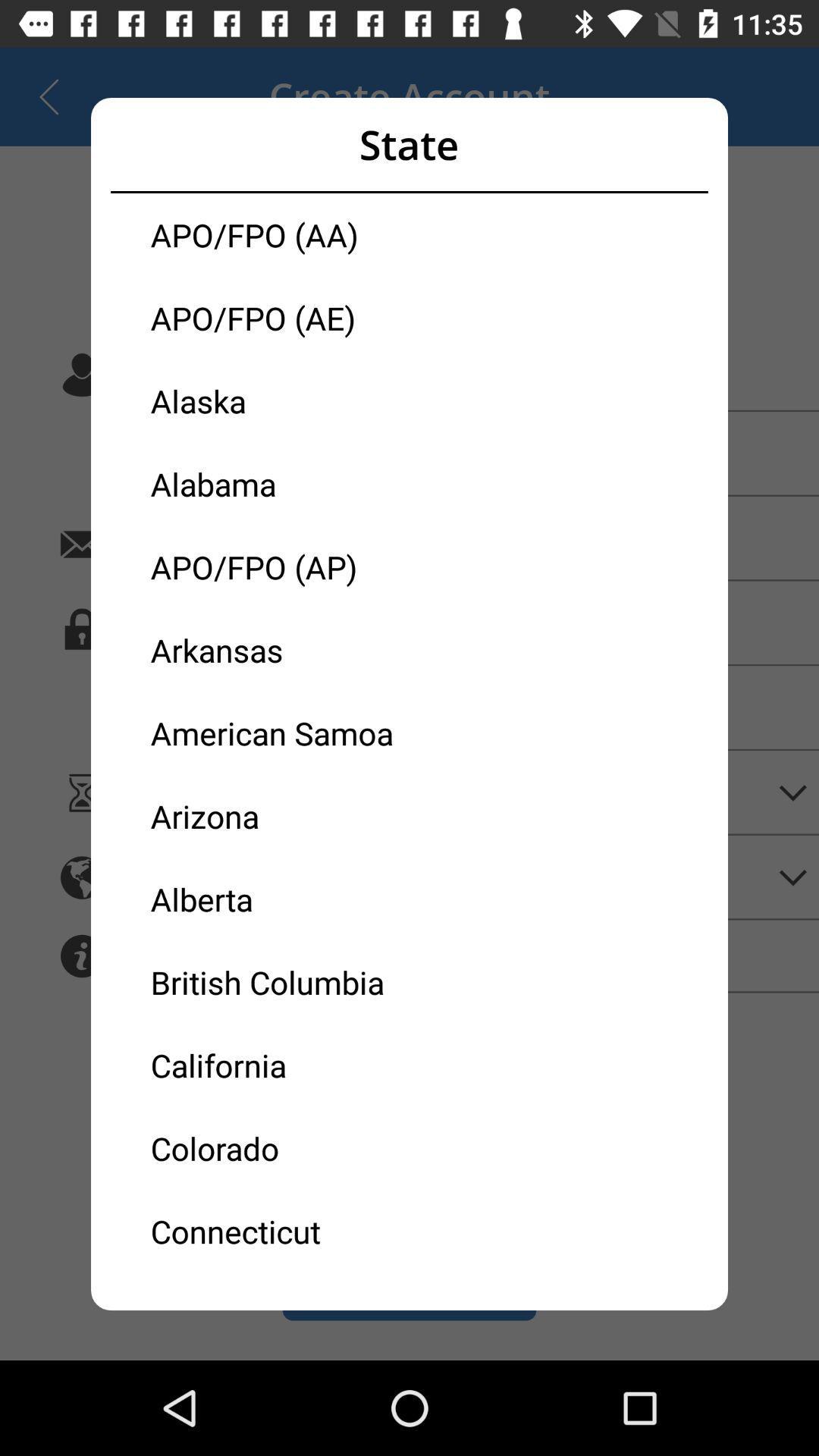 Image resolution: width=819 pixels, height=1456 pixels. I want to click on the connecticut, so click(280, 1230).